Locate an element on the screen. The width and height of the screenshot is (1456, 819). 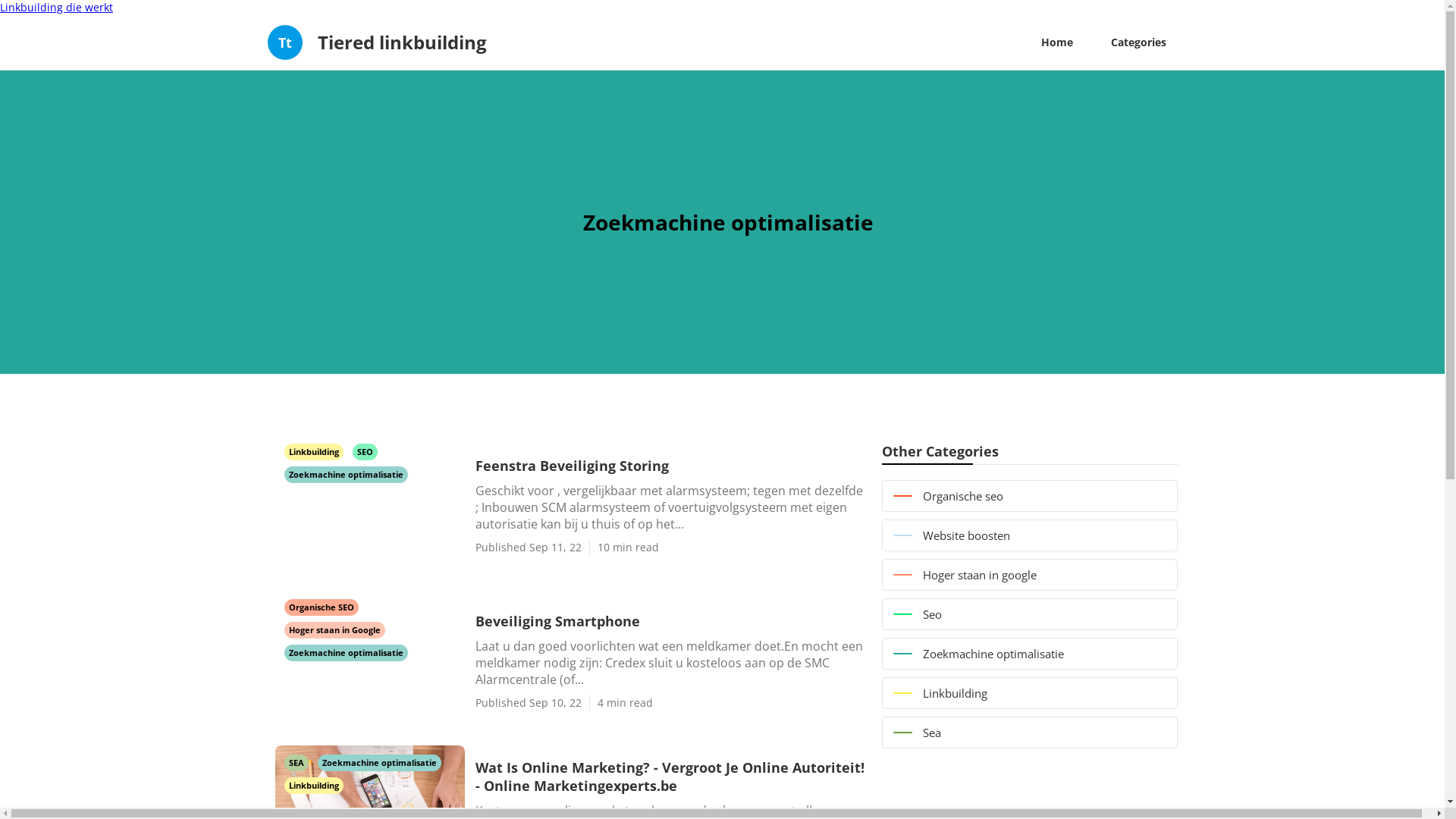
'Sea' is located at coordinates (1029, 731).